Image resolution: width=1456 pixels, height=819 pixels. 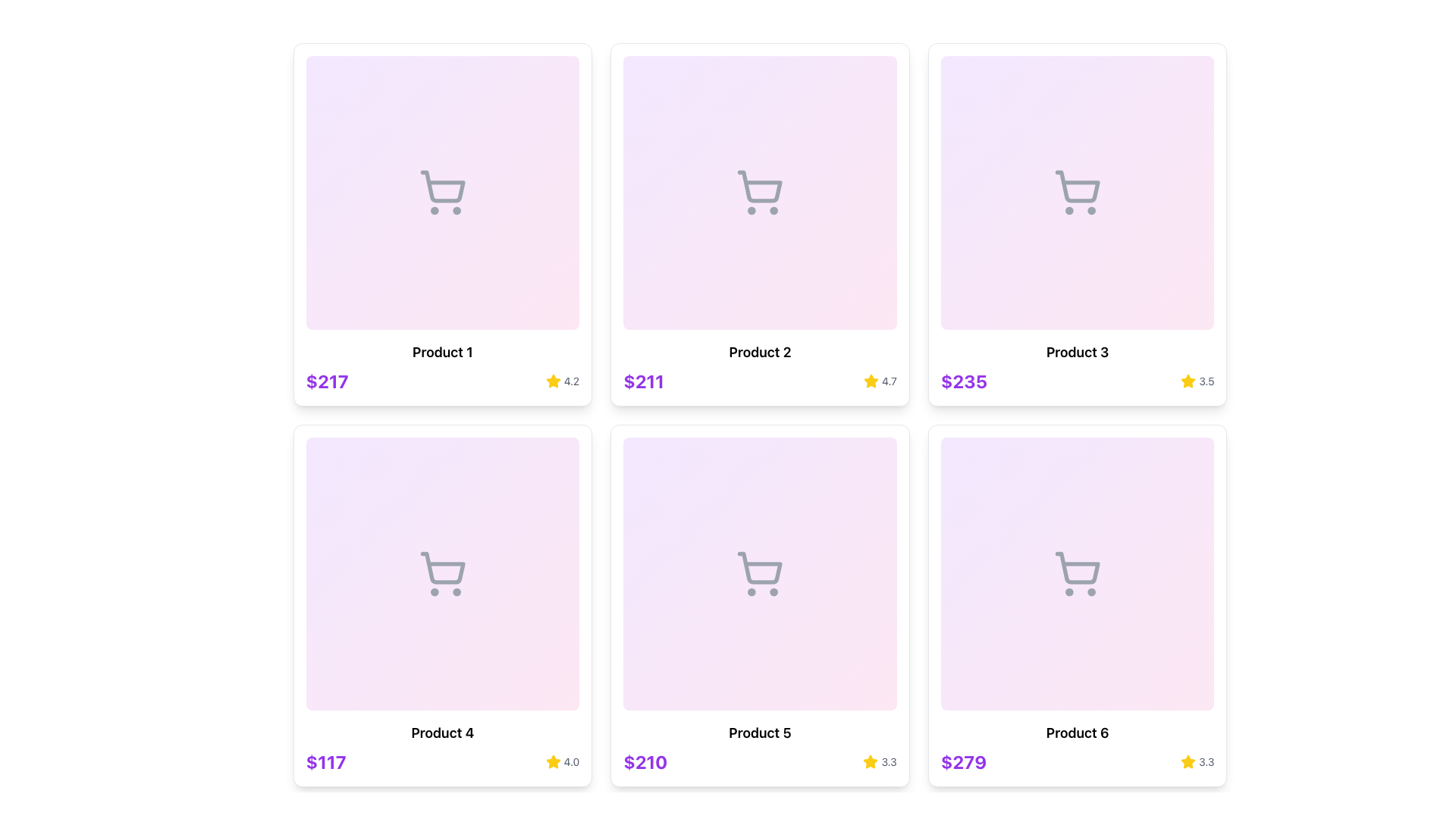 I want to click on the rating icon located in the bottom-right corner of the 'Product 5' card, adjacent to the rating value of '3.3', if it is interactive, so click(x=870, y=761).